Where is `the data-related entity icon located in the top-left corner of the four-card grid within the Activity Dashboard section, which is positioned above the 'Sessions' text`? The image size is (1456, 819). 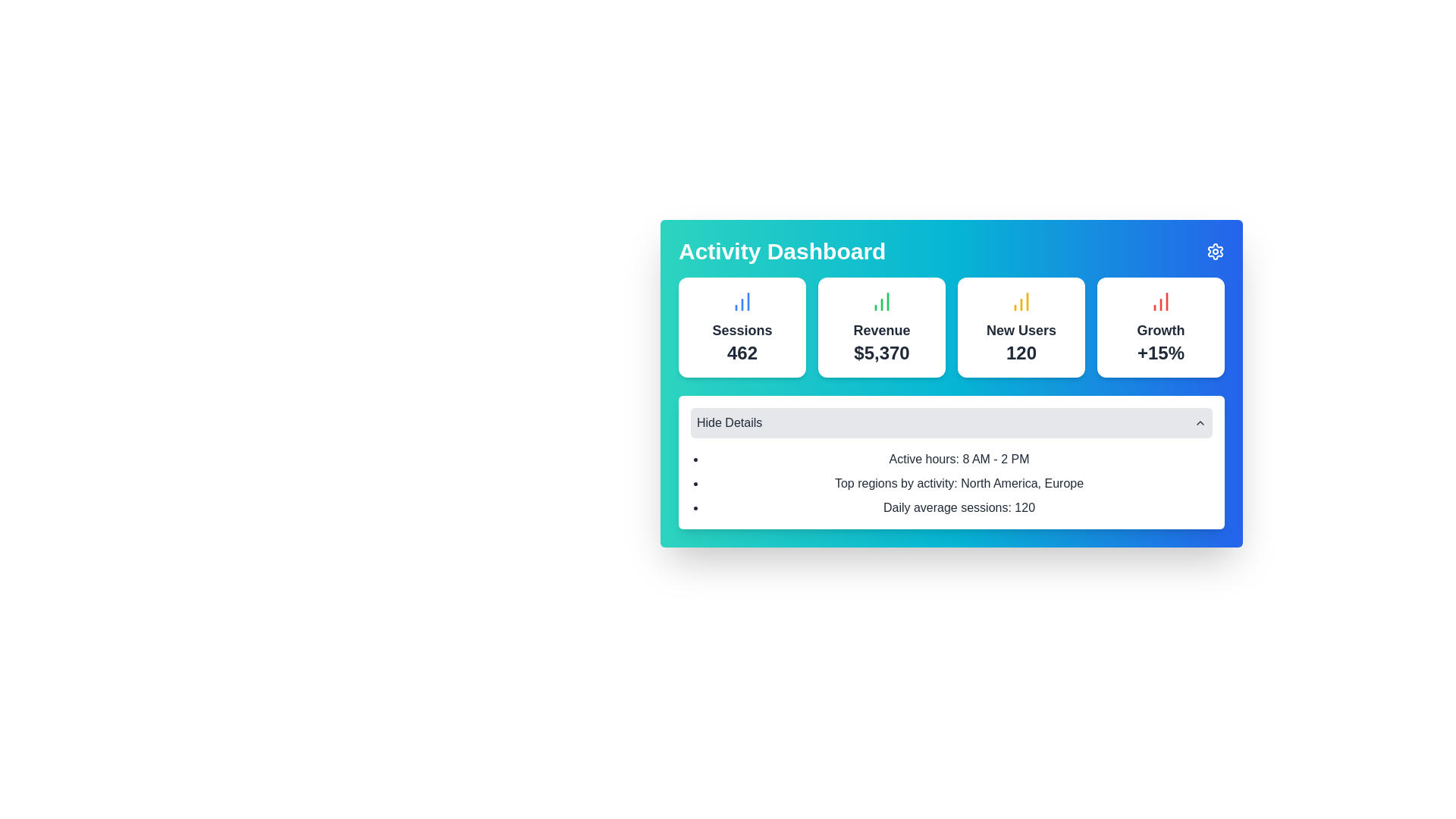 the data-related entity icon located in the top-left corner of the four-card grid within the Activity Dashboard section, which is positioned above the 'Sessions' text is located at coordinates (742, 301).